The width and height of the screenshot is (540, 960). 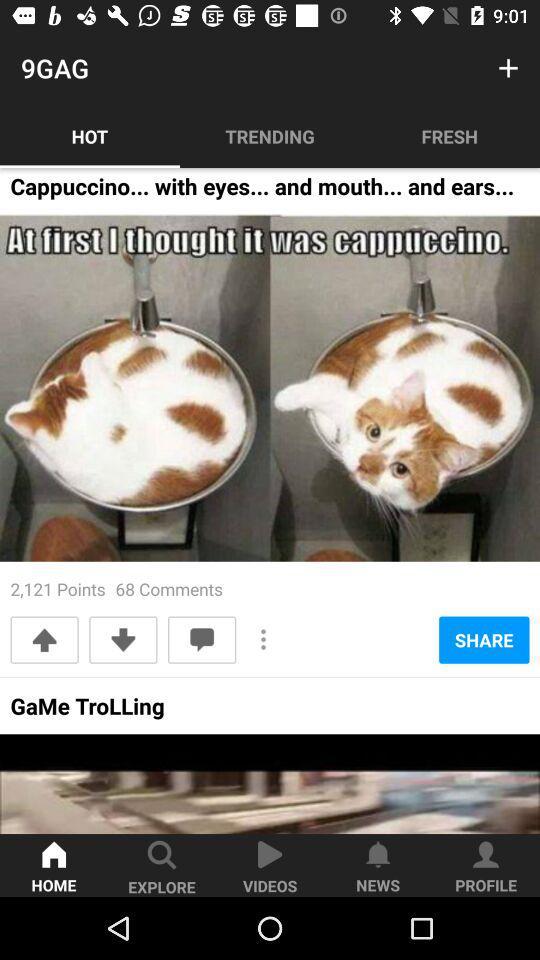 I want to click on message icon under first image, so click(x=202, y=639).